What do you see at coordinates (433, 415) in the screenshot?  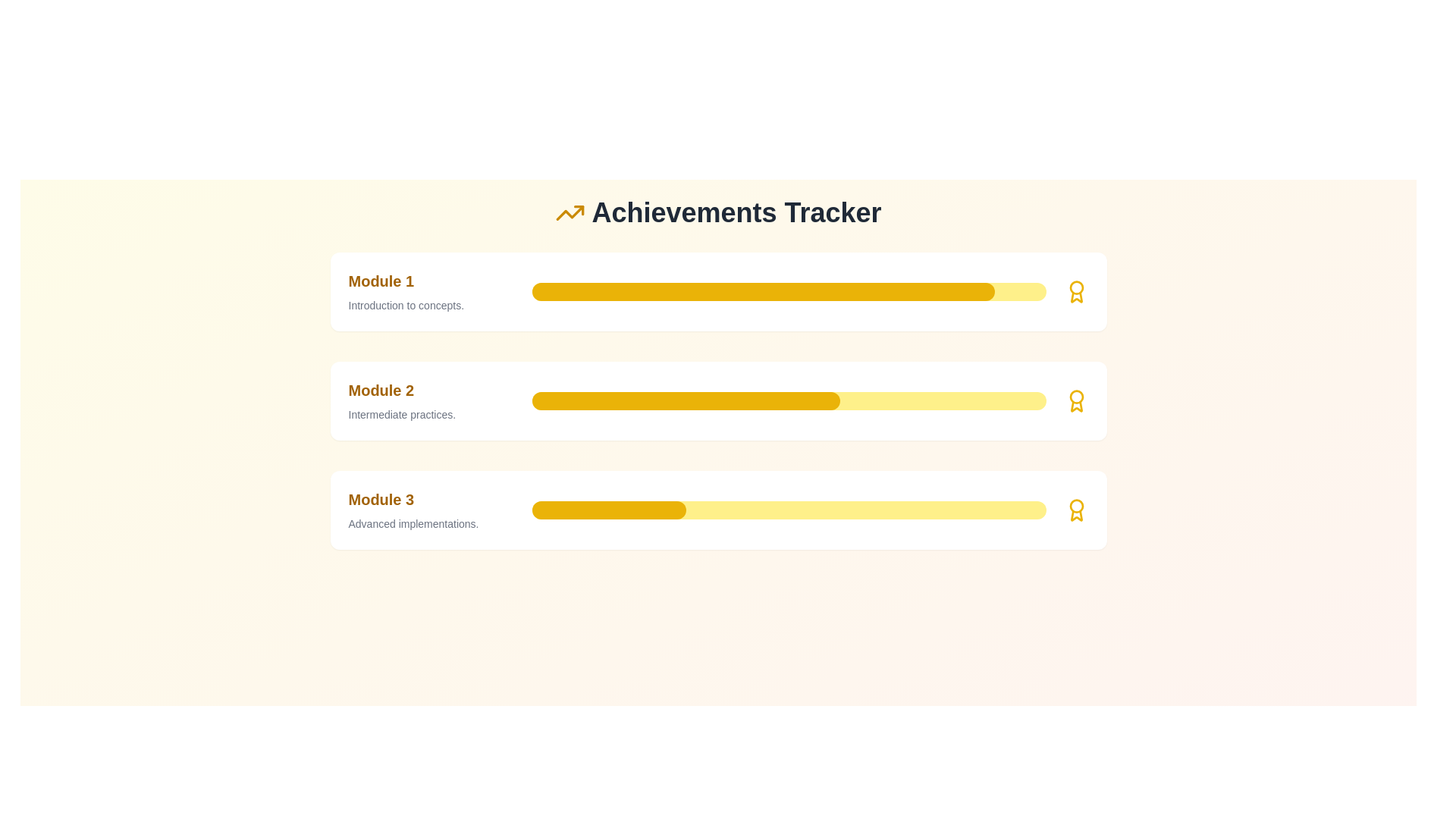 I see `the static text label that describes the 'Module 2' section, which is located below the 'Module 2' header and above the yellow progress bar` at bounding box center [433, 415].